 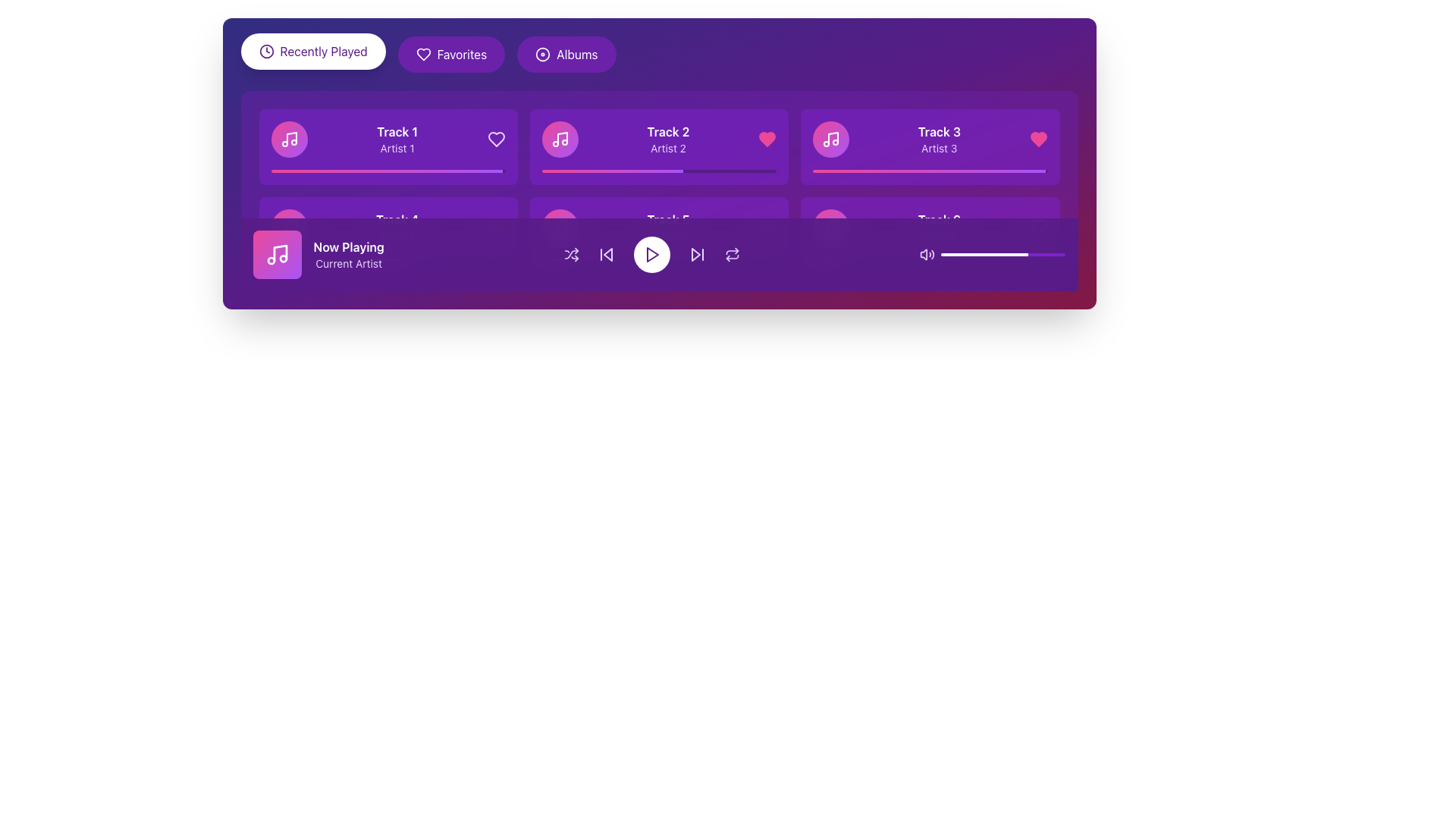 I want to click on the 'Now Playing' text label, which is displayed in bold white font on a purple background, located within the playback controls bar to the right of a music icon, so click(x=348, y=246).